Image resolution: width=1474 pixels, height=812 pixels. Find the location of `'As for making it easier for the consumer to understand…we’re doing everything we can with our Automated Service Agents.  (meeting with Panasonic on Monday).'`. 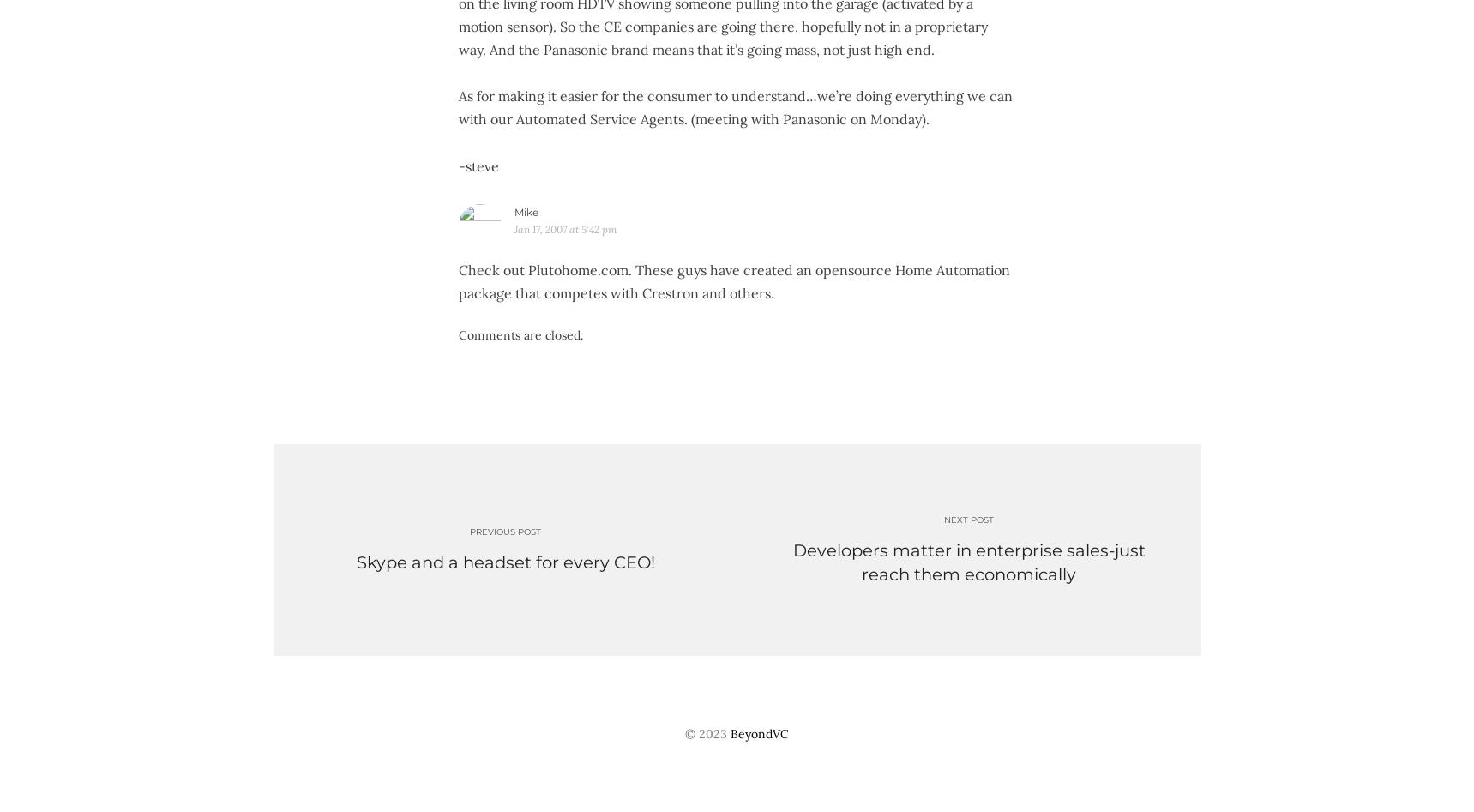

'As for making it easier for the consumer to understand…we’re doing everything we can with our Automated Service Agents.  (meeting with Panasonic on Monday).' is located at coordinates (733, 106).